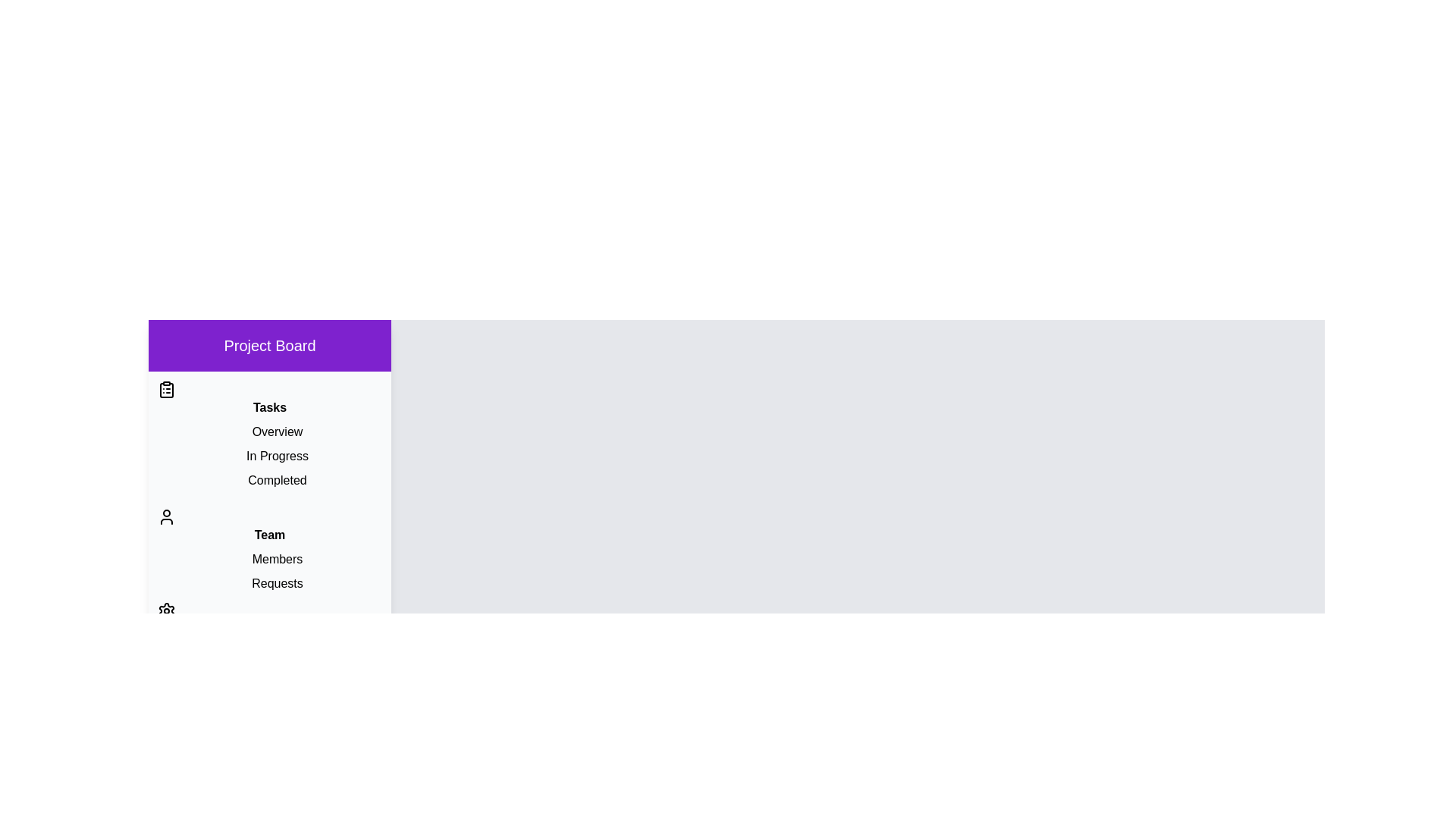  What do you see at coordinates (269, 583) in the screenshot?
I see `the item Requests to observe its hover effect` at bounding box center [269, 583].